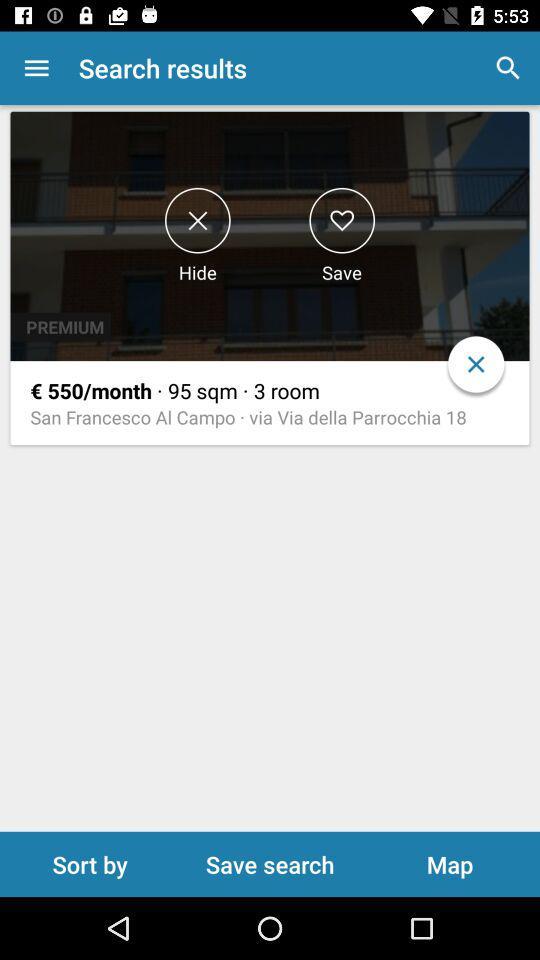  What do you see at coordinates (270, 863) in the screenshot?
I see `icon to the right of the sort by item` at bounding box center [270, 863].